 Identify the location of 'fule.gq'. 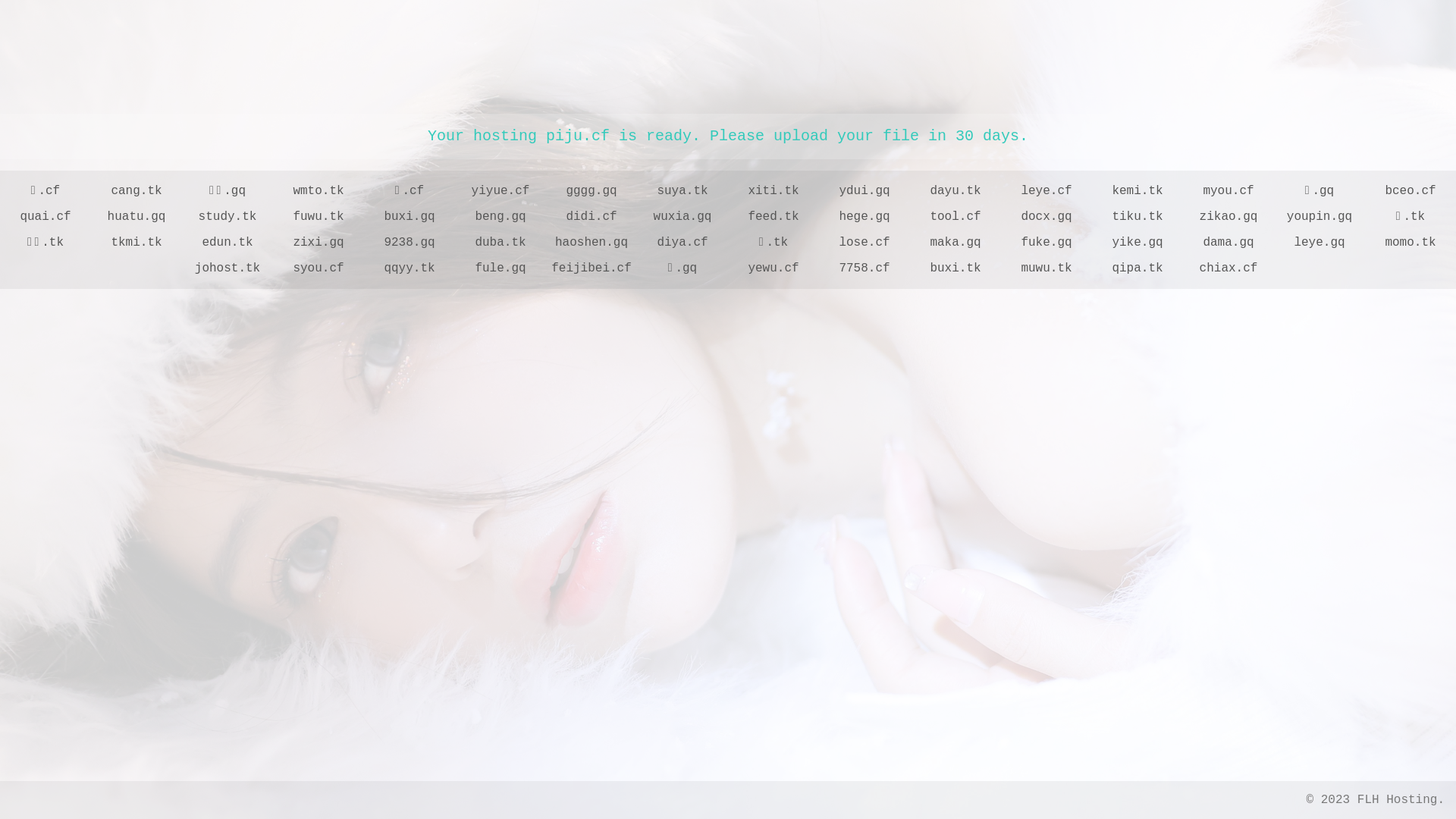
(454, 268).